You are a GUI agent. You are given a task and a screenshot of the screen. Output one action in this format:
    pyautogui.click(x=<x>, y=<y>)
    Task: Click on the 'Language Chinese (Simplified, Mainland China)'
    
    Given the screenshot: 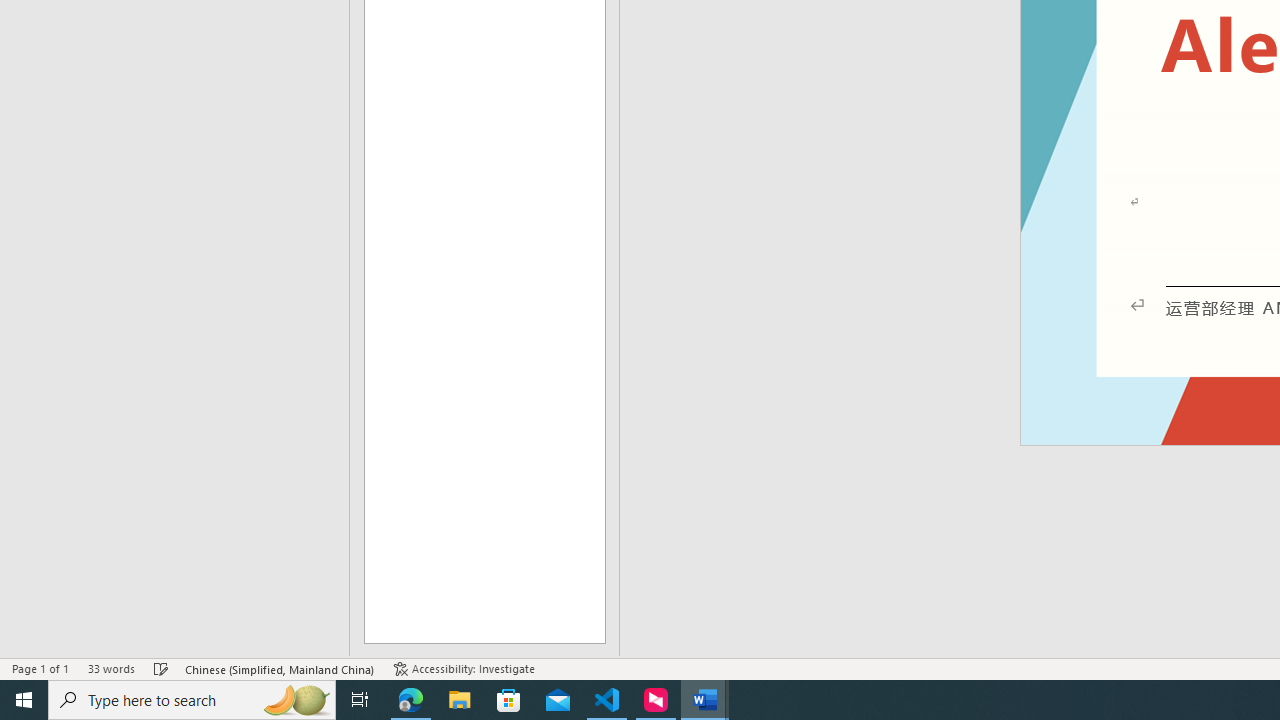 What is the action you would take?
    pyautogui.click(x=279, y=669)
    